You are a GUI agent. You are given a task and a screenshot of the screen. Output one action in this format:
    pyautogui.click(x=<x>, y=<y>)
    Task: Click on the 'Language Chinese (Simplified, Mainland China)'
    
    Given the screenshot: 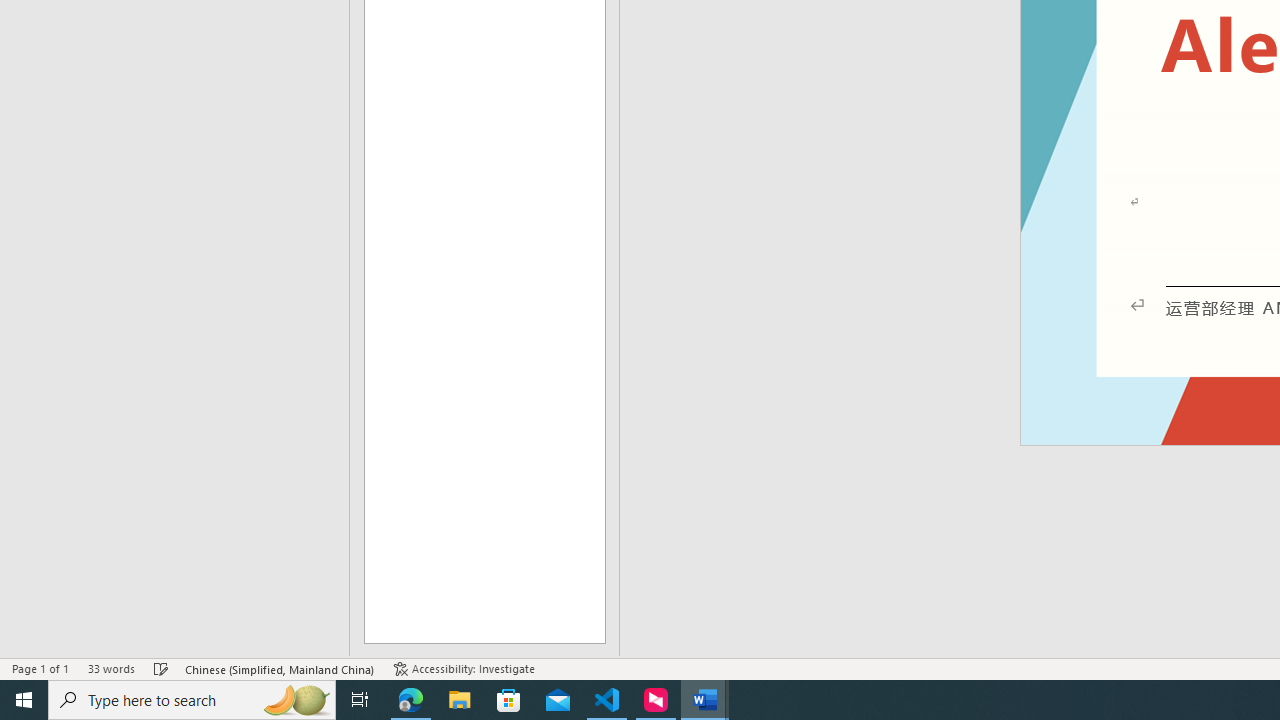 What is the action you would take?
    pyautogui.click(x=279, y=669)
    